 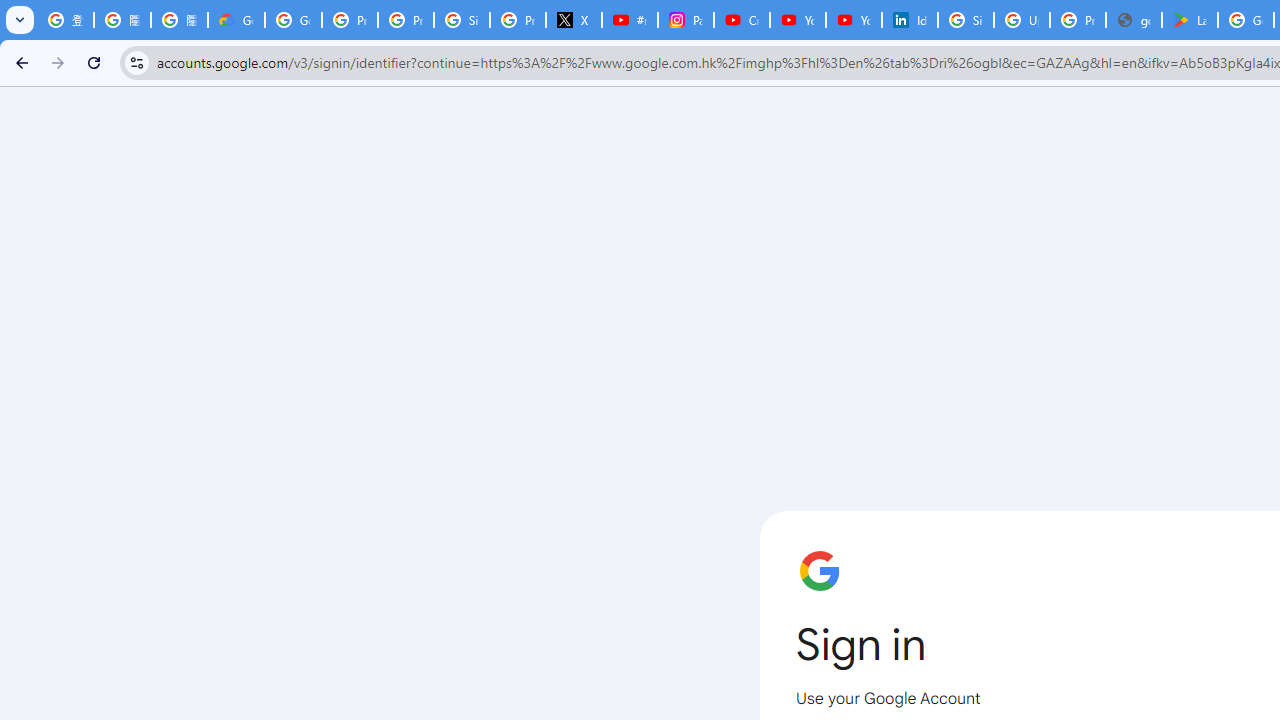 What do you see at coordinates (909, 20) in the screenshot?
I see `'Identity verification via Persona | LinkedIn Help'` at bounding box center [909, 20].